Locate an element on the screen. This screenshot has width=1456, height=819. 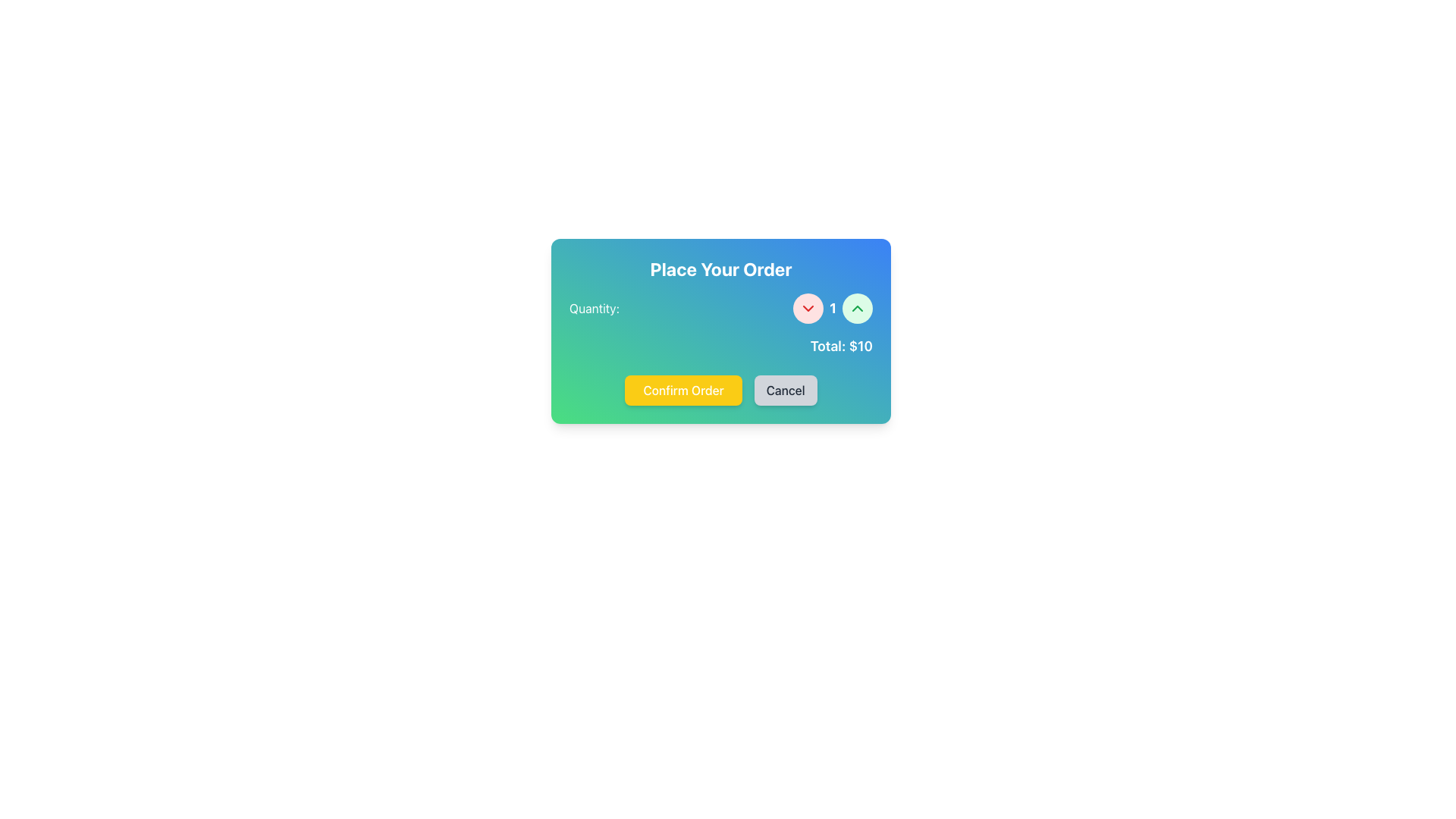
the 'Cancel' button with a light gray background and rounded corners, located immediately to the right of the 'Confirm Order' button is located at coordinates (786, 390).